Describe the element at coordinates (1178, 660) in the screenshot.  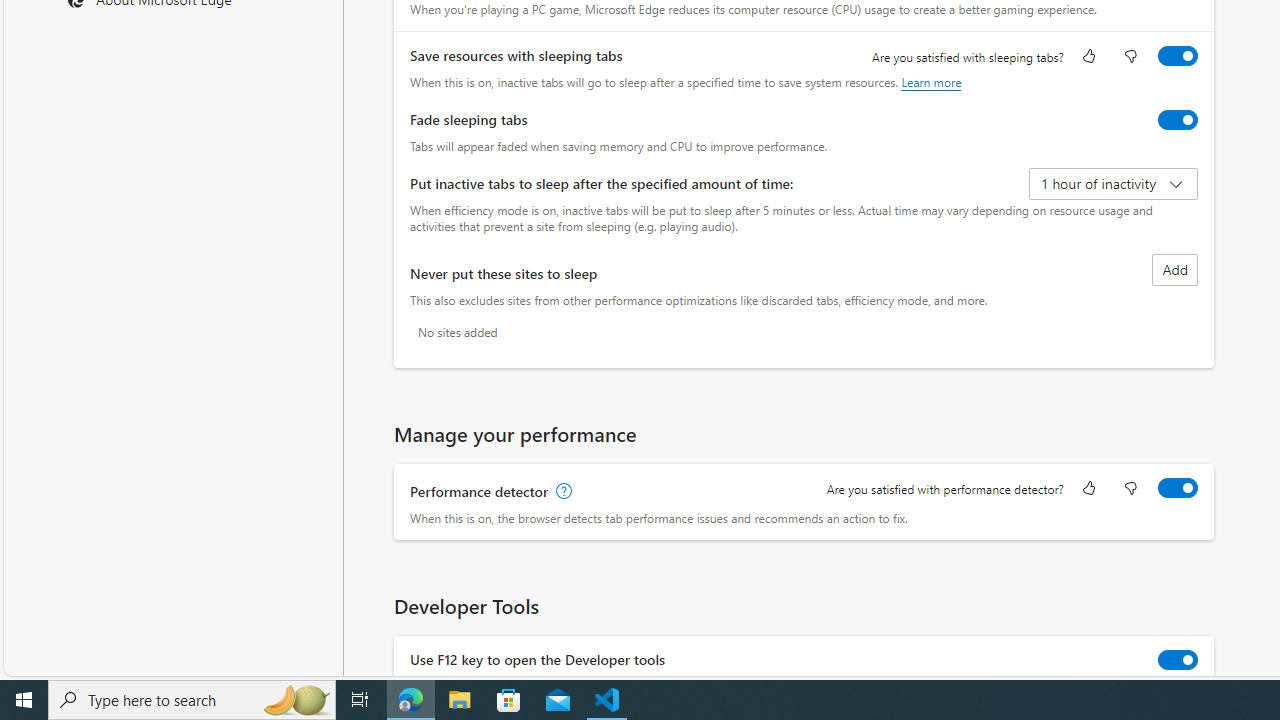
I see `'Use F12 key to open the Developer tools'` at that location.